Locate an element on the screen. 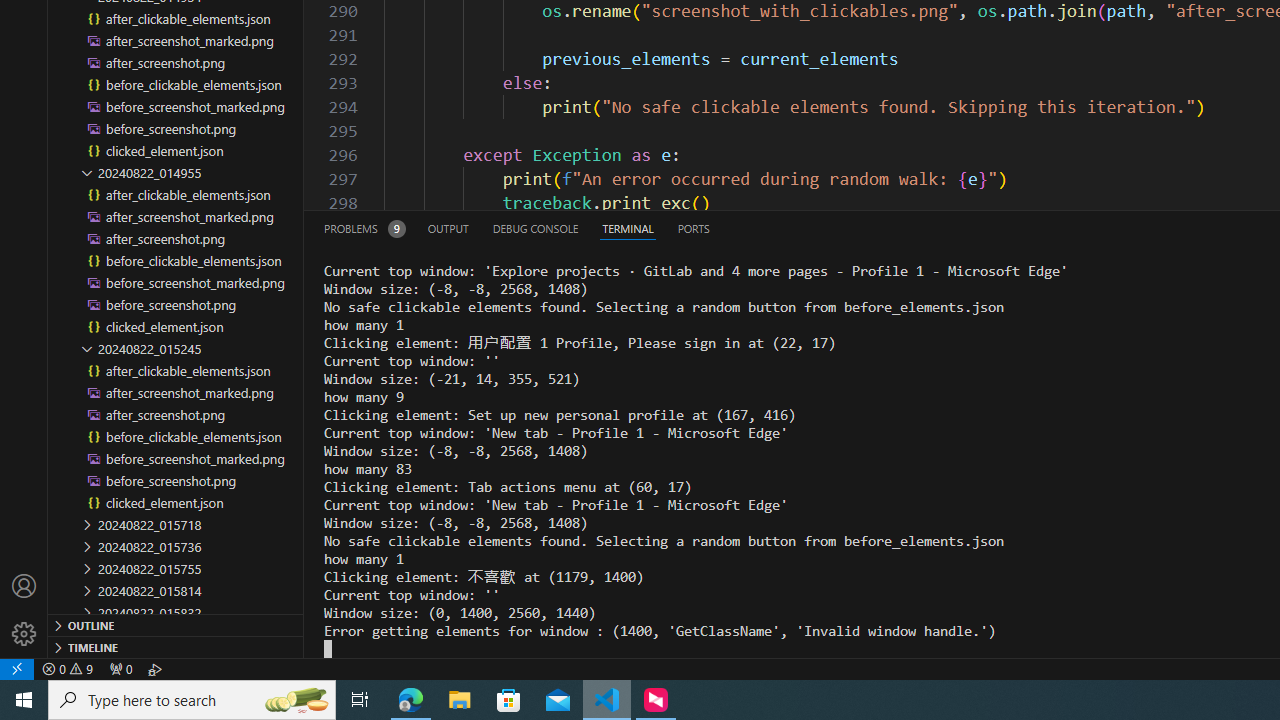 Image resolution: width=1280 pixels, height=720 pixels. 'remote' is located at coordinates (17, 668).